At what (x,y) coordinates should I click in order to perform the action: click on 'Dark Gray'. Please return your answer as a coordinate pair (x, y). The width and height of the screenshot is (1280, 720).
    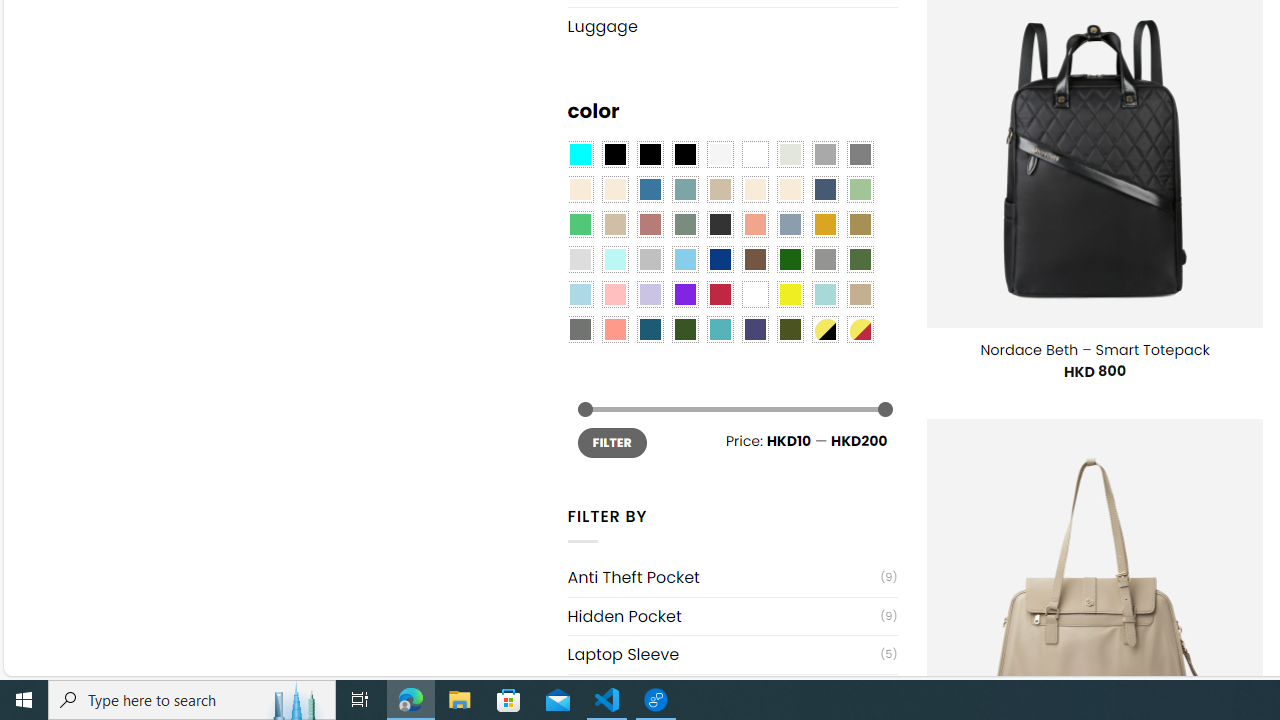
    Looking at the image, I should click on (824, 153).